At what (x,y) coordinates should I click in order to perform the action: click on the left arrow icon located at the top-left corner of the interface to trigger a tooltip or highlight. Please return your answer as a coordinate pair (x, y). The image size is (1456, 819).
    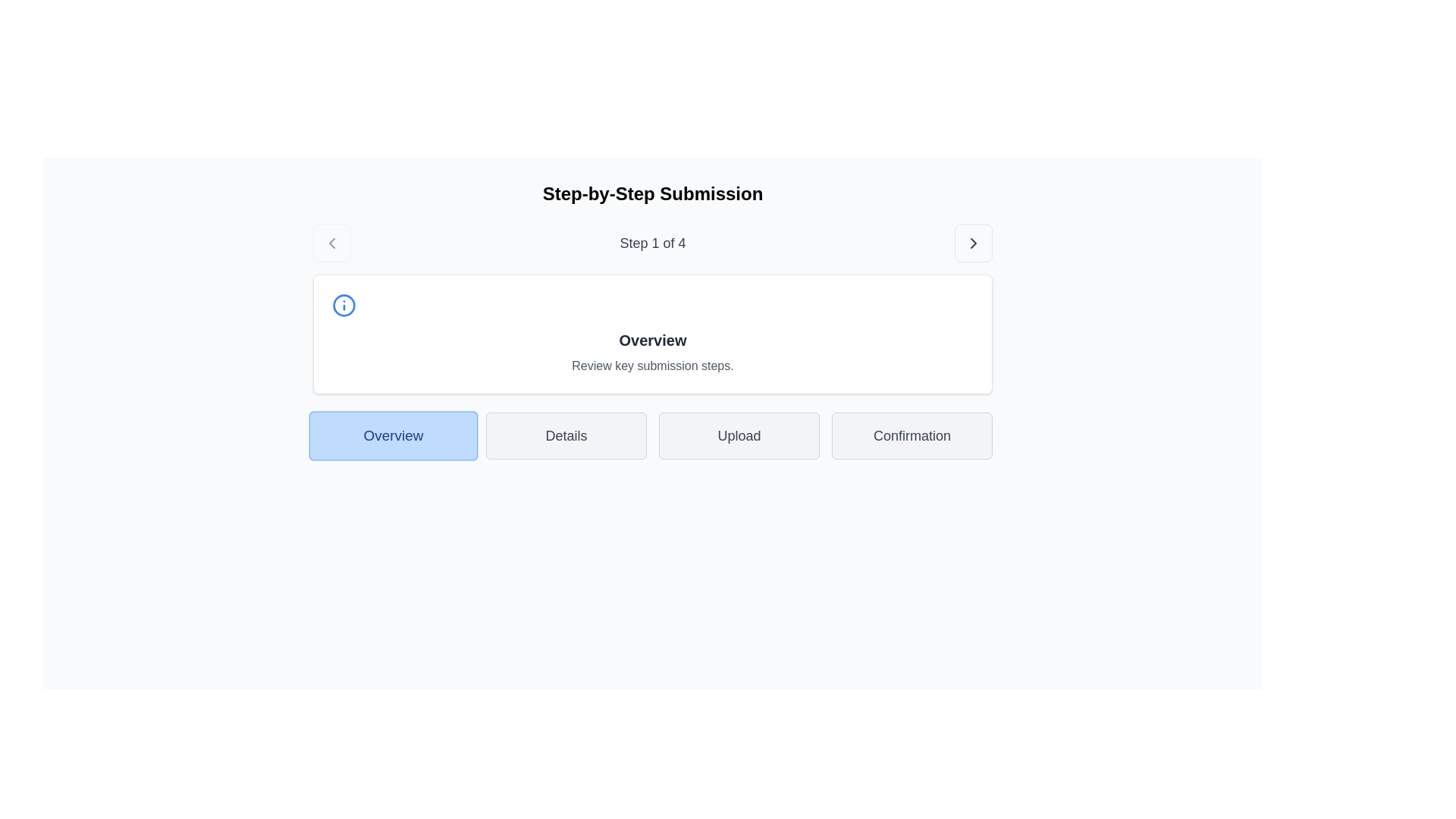
    Looking at the image, I should click on (331, 242).